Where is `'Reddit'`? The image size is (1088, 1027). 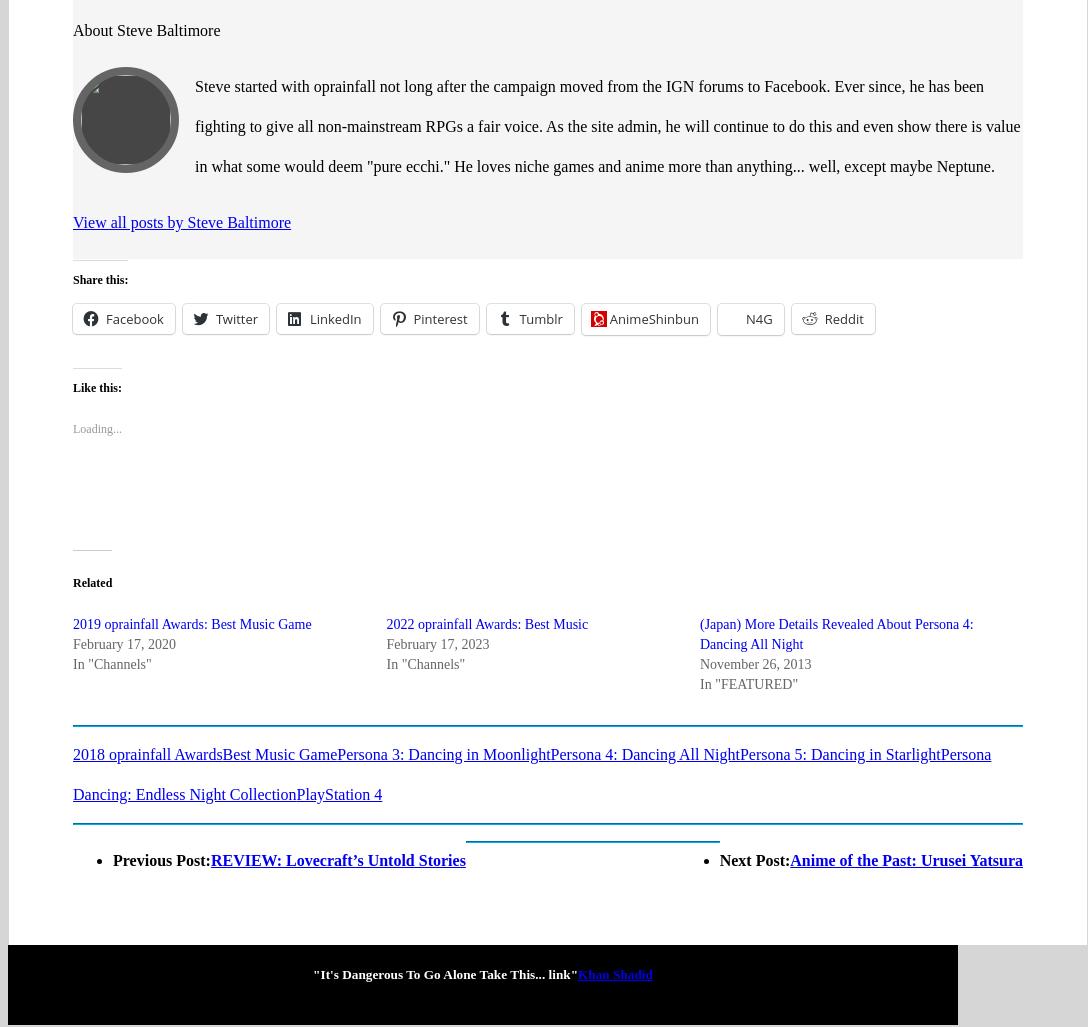 'Reddit' is located at coordinates (843, 241).